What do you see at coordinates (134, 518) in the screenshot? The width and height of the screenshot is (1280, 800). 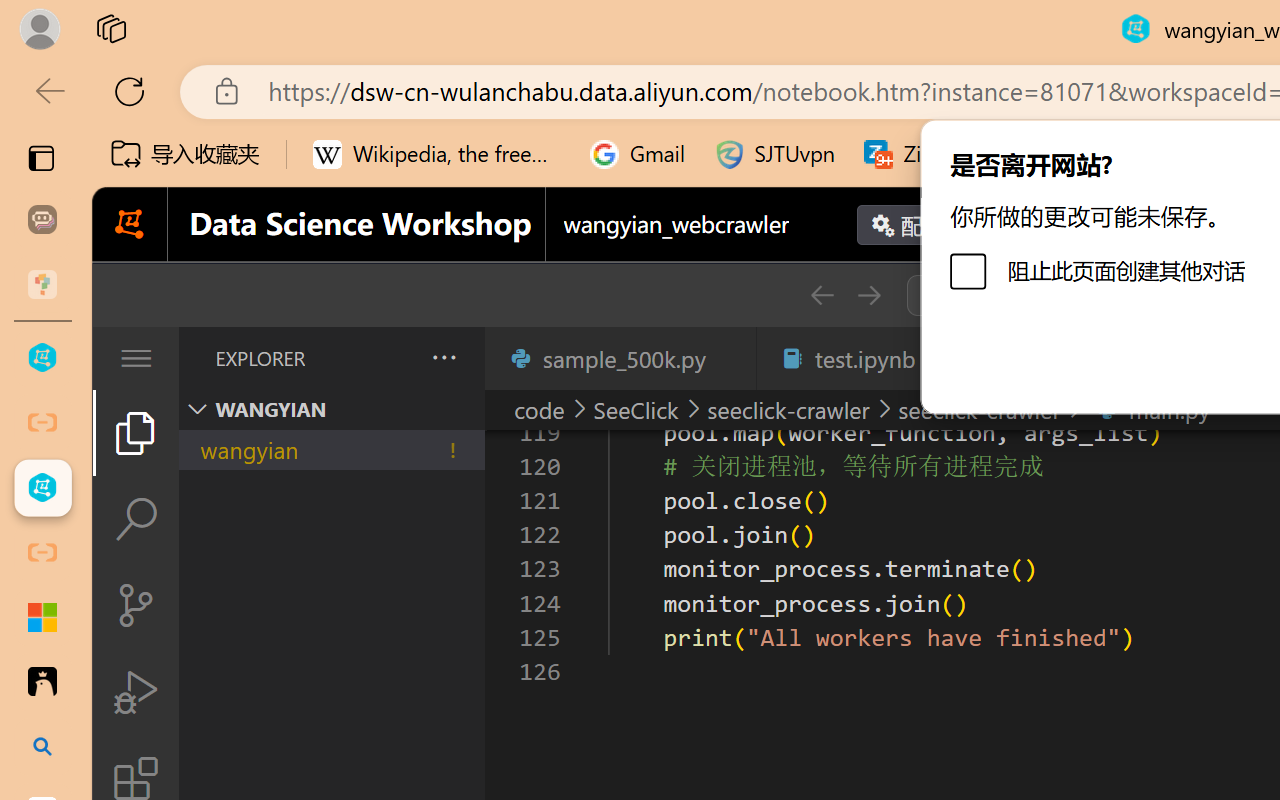 I see `'Search (Ctrl+Shift+F)'` at bounding box center [134, 518].